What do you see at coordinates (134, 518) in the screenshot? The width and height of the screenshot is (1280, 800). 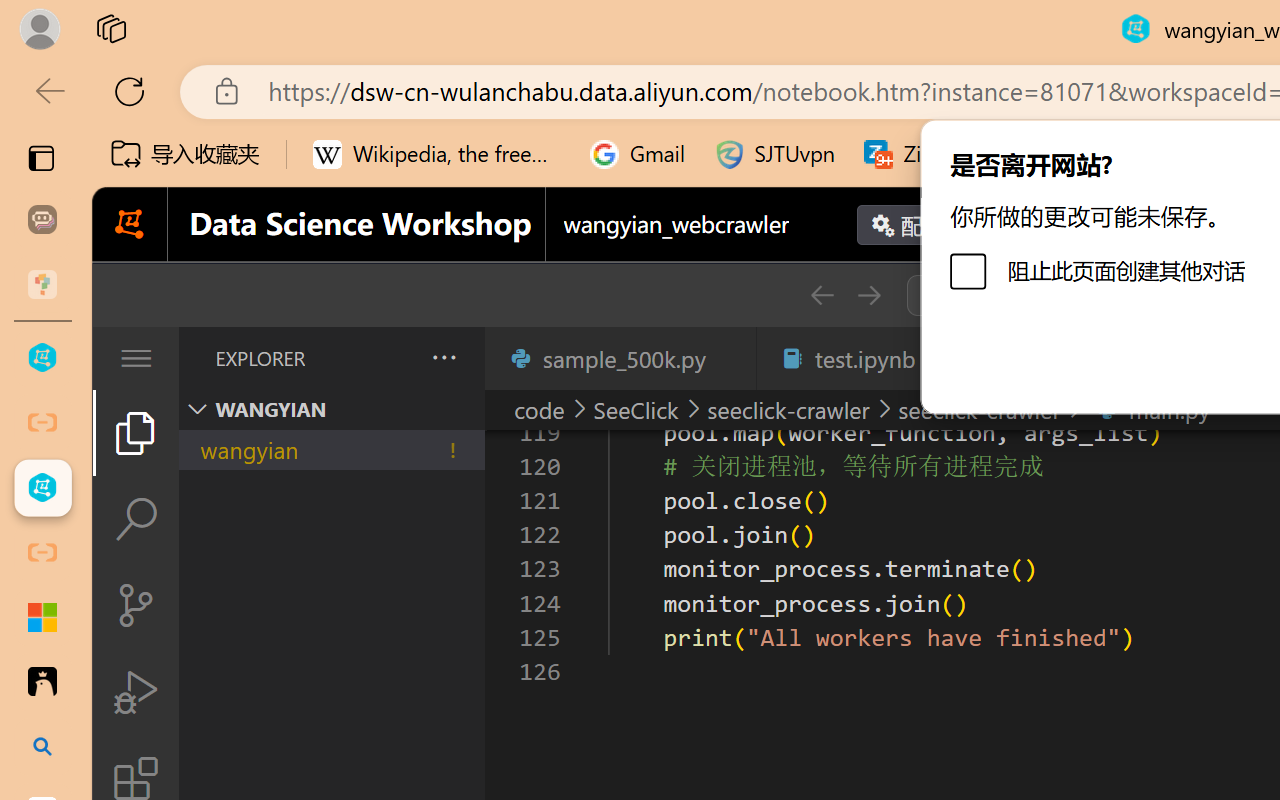 I see `'Search (Ctrl+Shift+F)'` at bounding box center [134, 518].